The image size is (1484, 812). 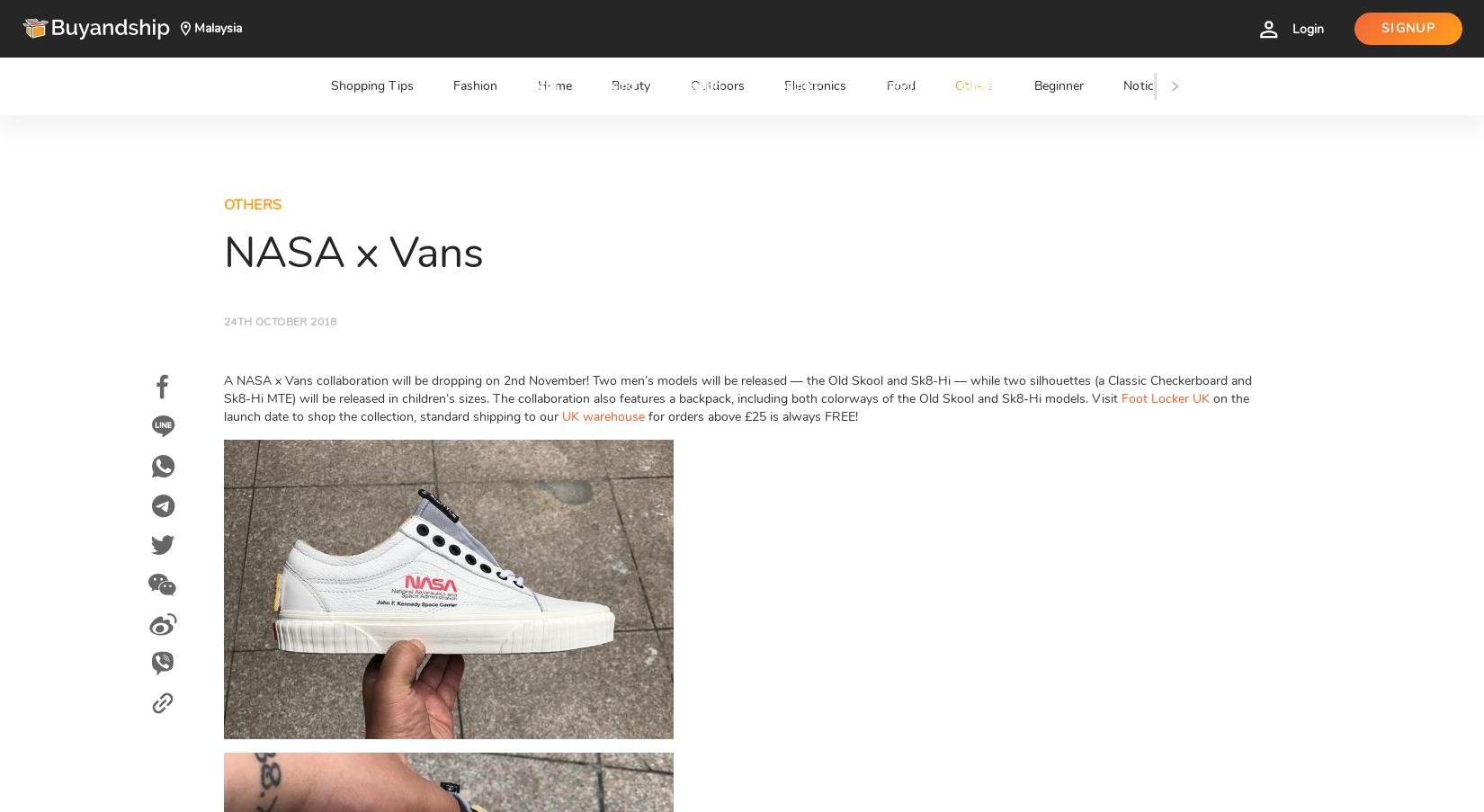 I want to click on 'Tutorial', so click(x=709, y=27).